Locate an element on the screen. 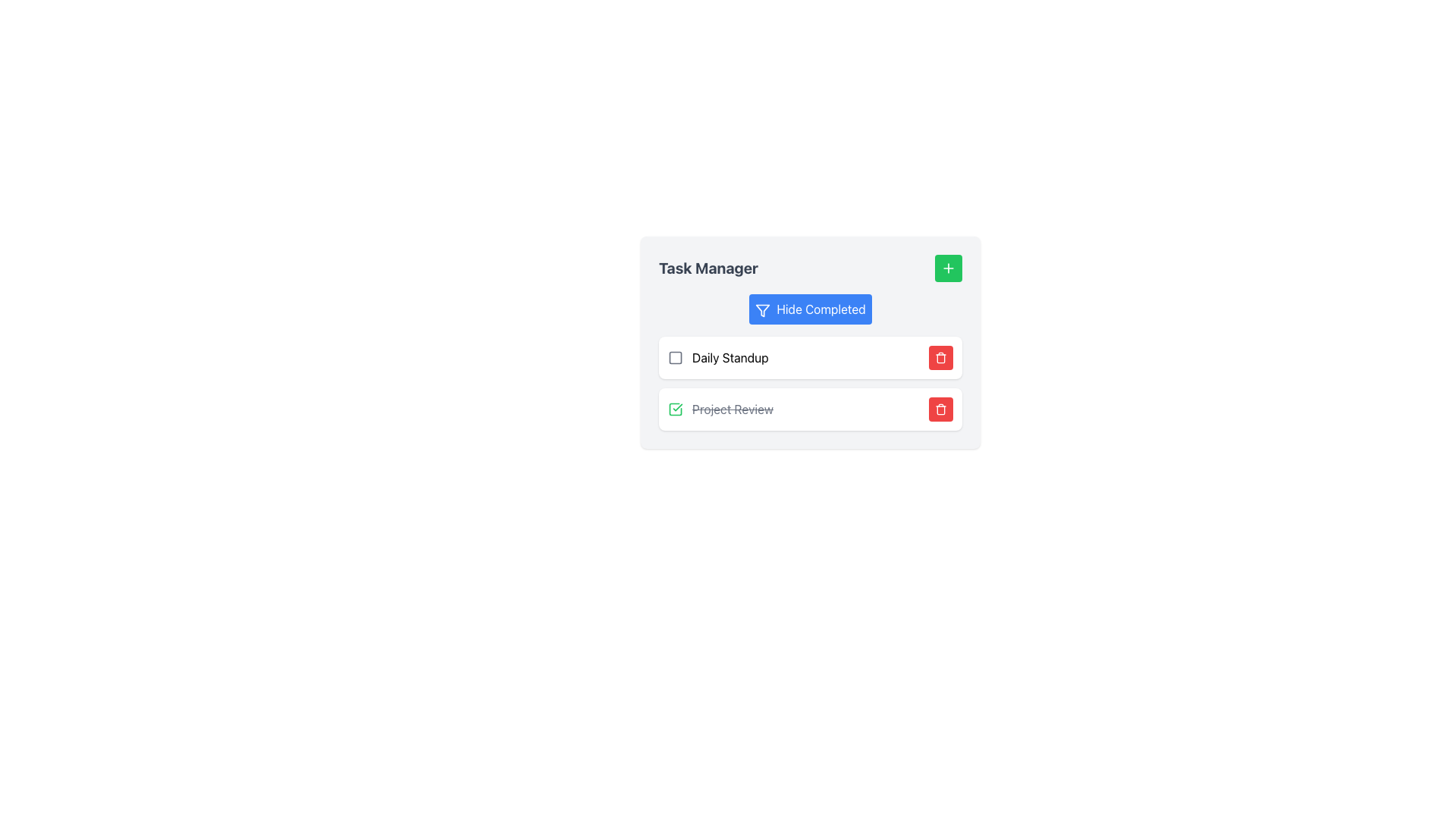 The image size is (1456, 819). the small, square icon with a two-pixel rounded corner radius that serves as an identifier for the task item titled 'Daily Standup' is located at coordinates (675, 357).